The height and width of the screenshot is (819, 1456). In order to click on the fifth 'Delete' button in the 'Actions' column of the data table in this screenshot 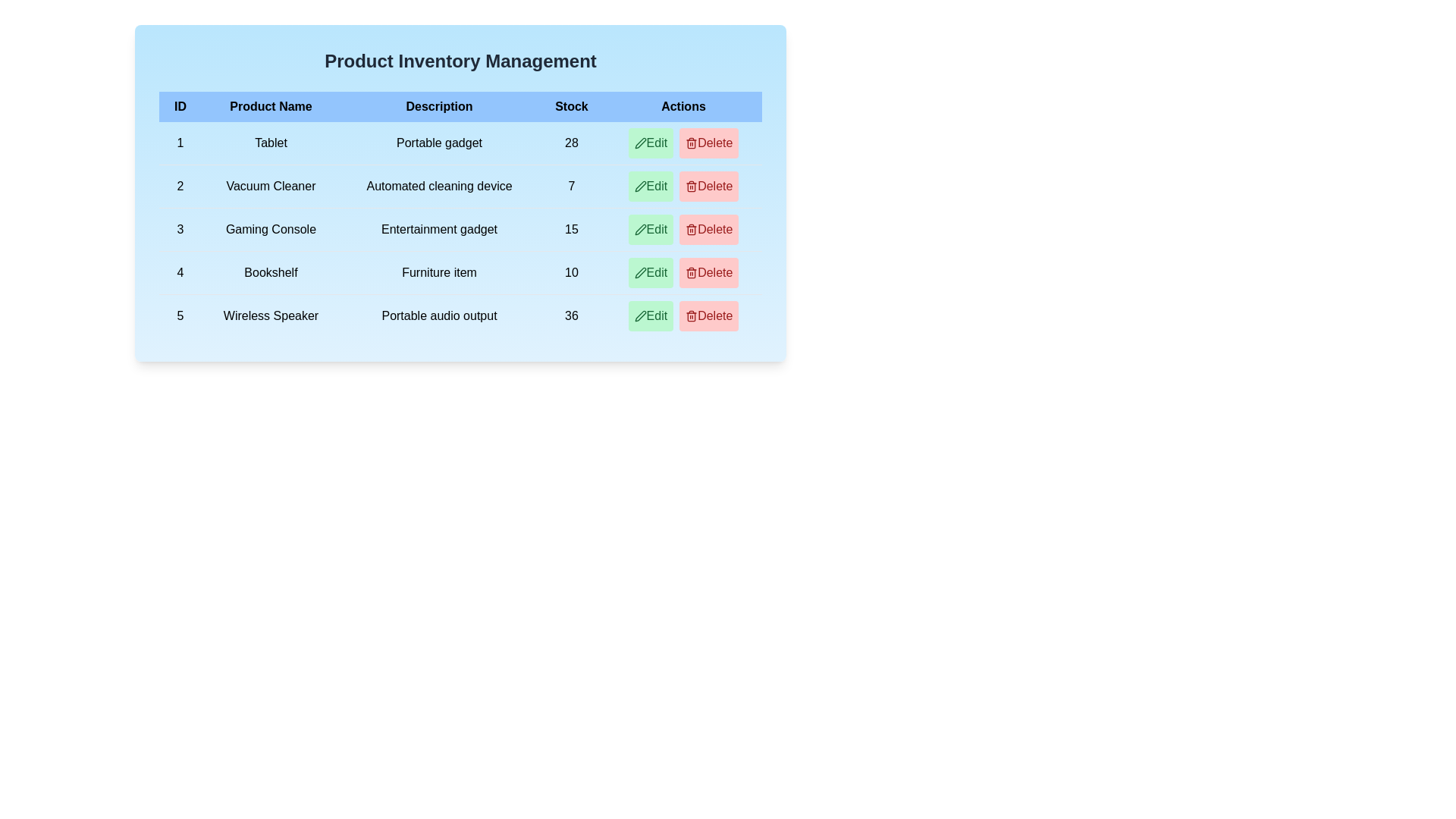, I will do `click(708, 271)`.